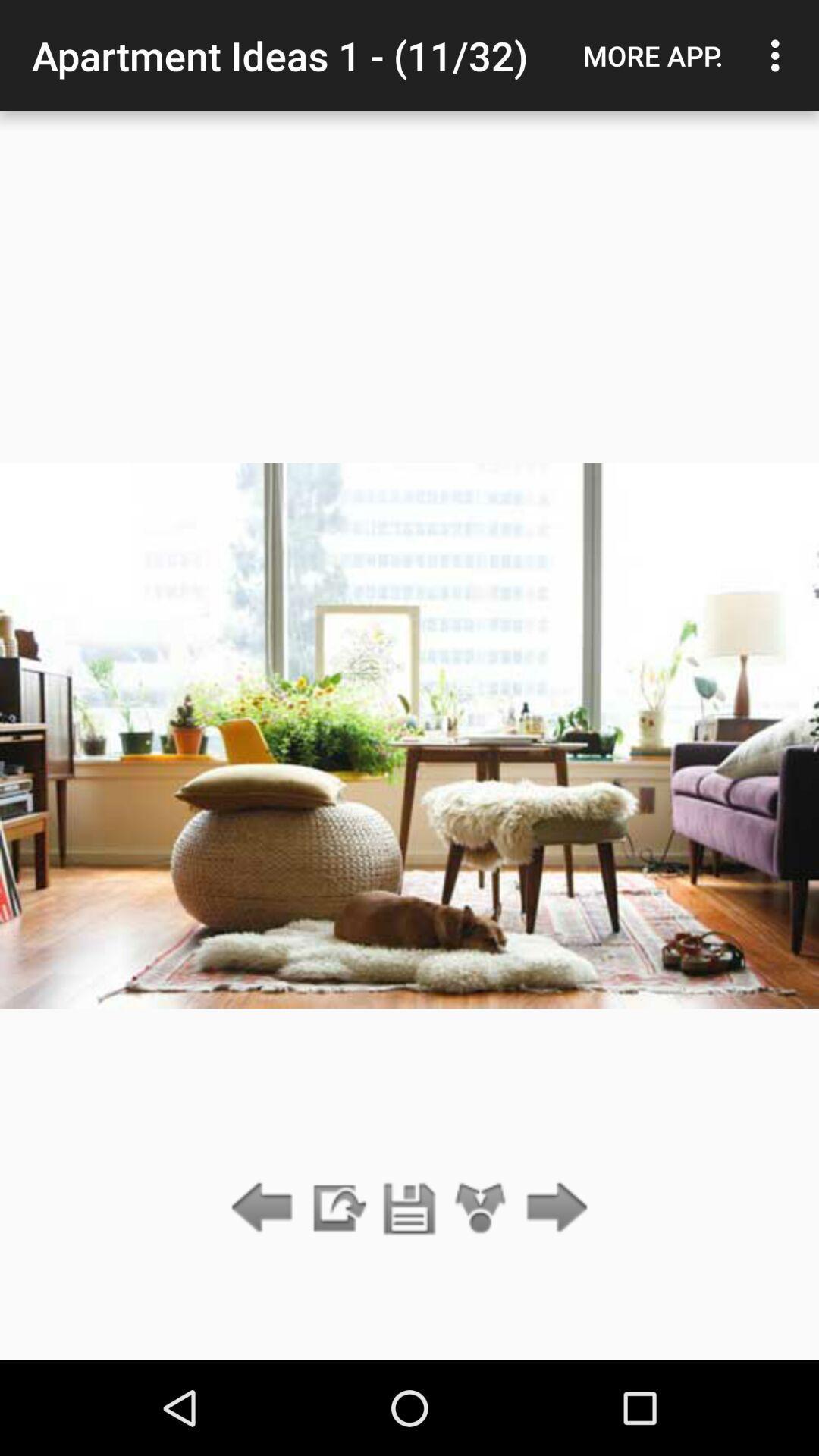  I want to click on the icon next to more app. item, so click(779, 55).